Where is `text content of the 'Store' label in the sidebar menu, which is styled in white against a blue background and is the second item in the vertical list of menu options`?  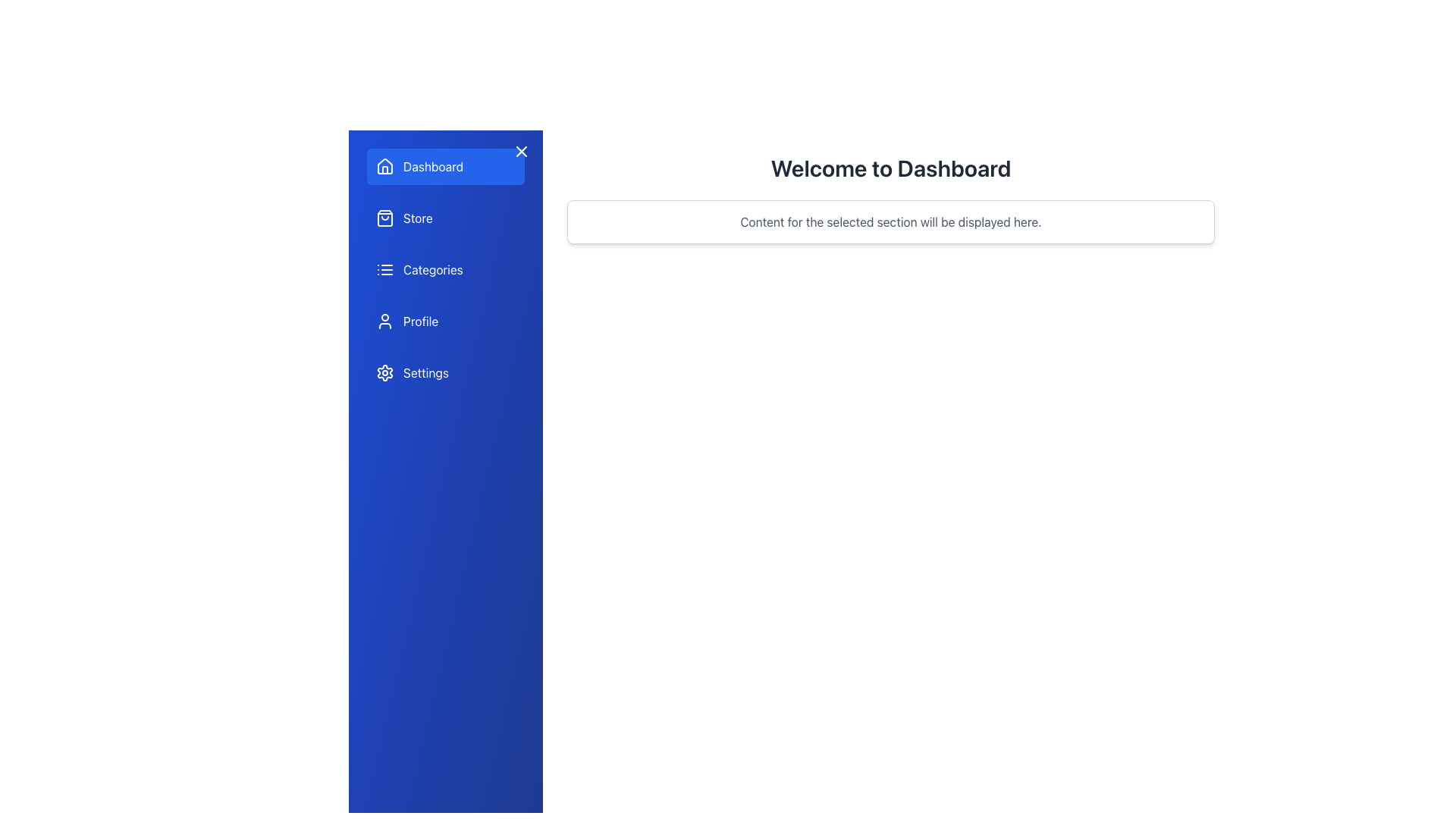
text content of the 'Store' label in the sidebar menu, which is styled in white against a blue background and is the second item in the vertical list of menu options is located at coordinates (418, 218).